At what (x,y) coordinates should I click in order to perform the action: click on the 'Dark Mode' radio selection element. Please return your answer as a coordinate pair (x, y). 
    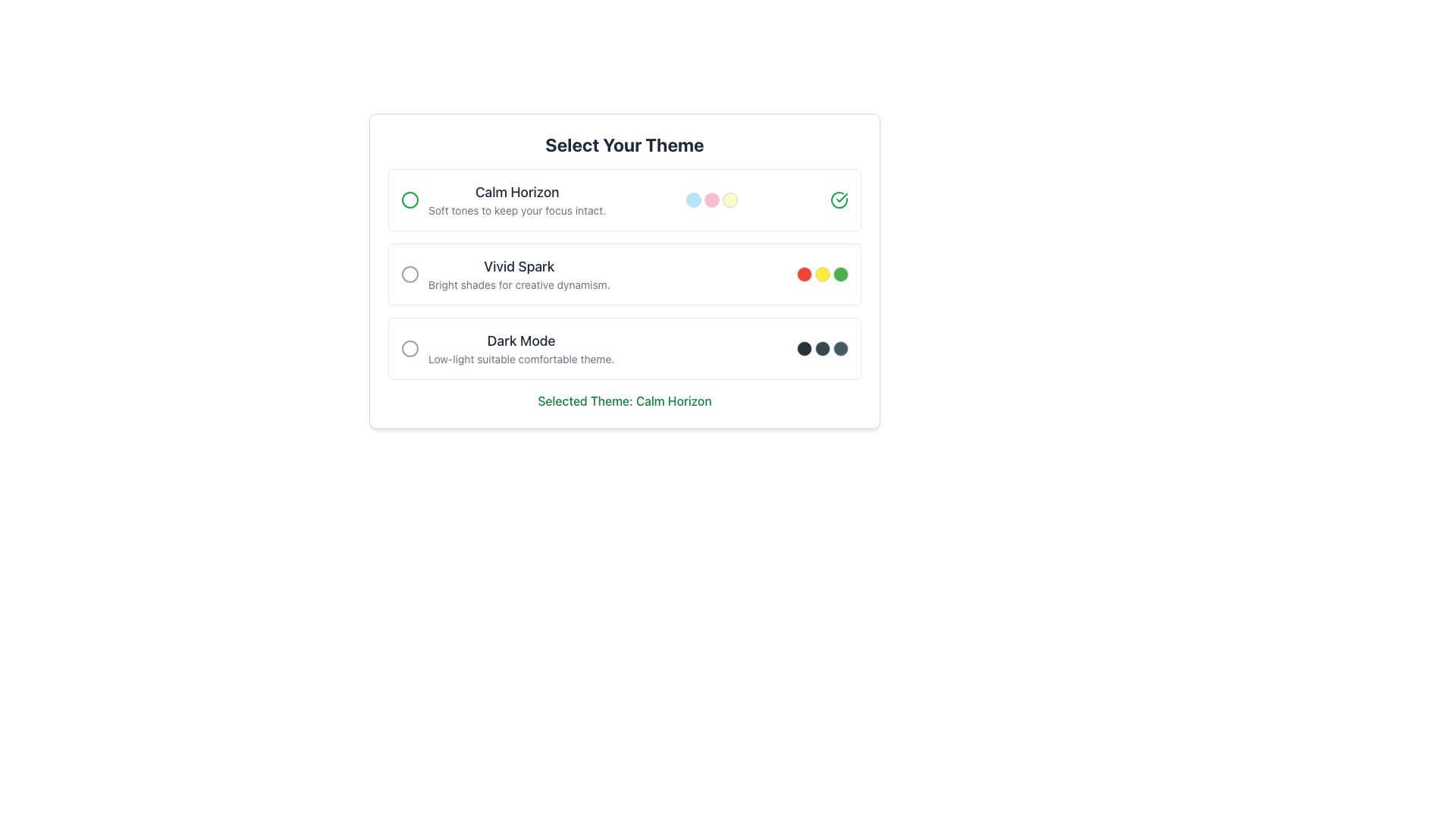
    Looking at the image, I should click on (507, 348).